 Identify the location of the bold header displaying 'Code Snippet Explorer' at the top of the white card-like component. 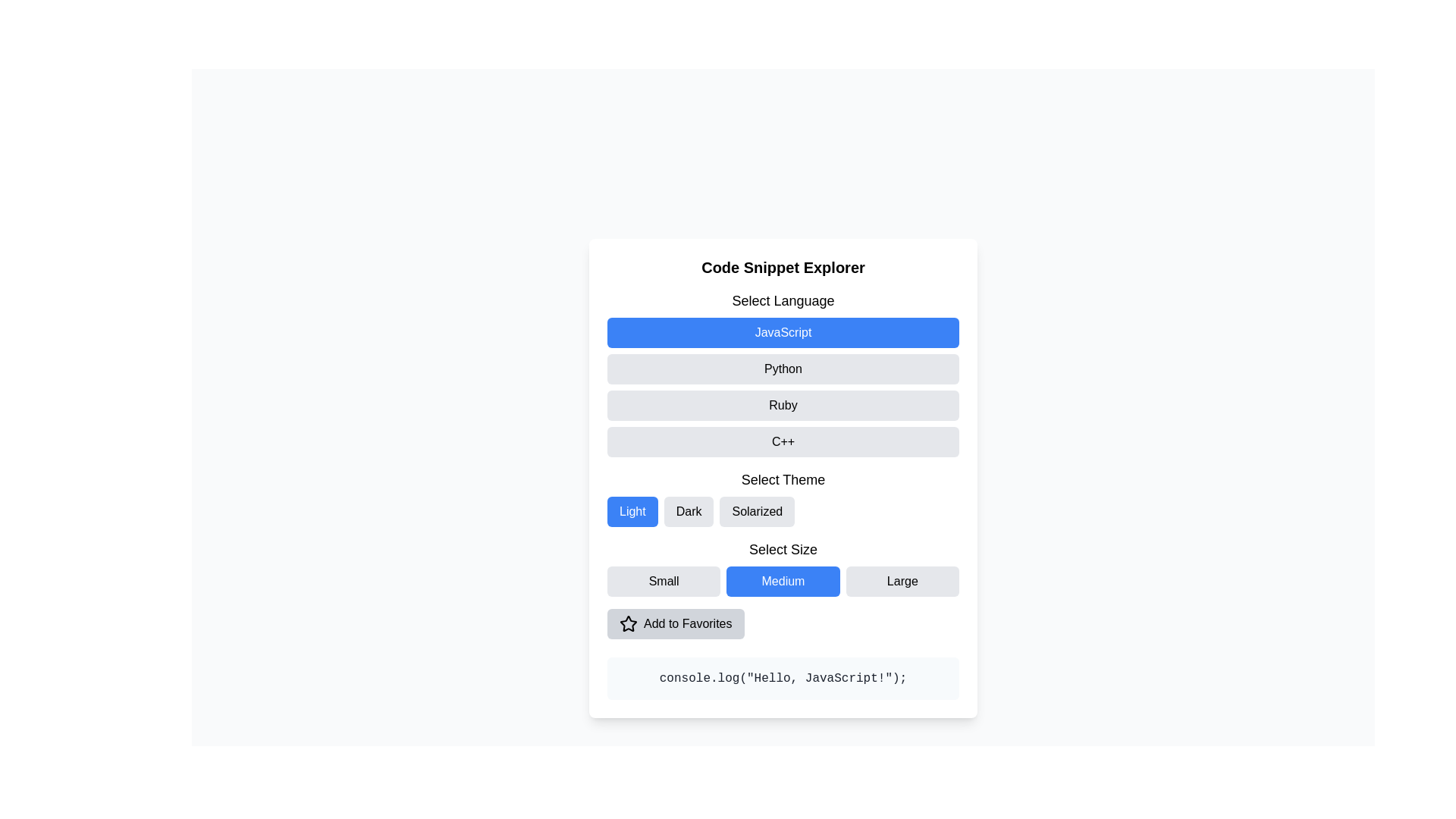
(783, 267).